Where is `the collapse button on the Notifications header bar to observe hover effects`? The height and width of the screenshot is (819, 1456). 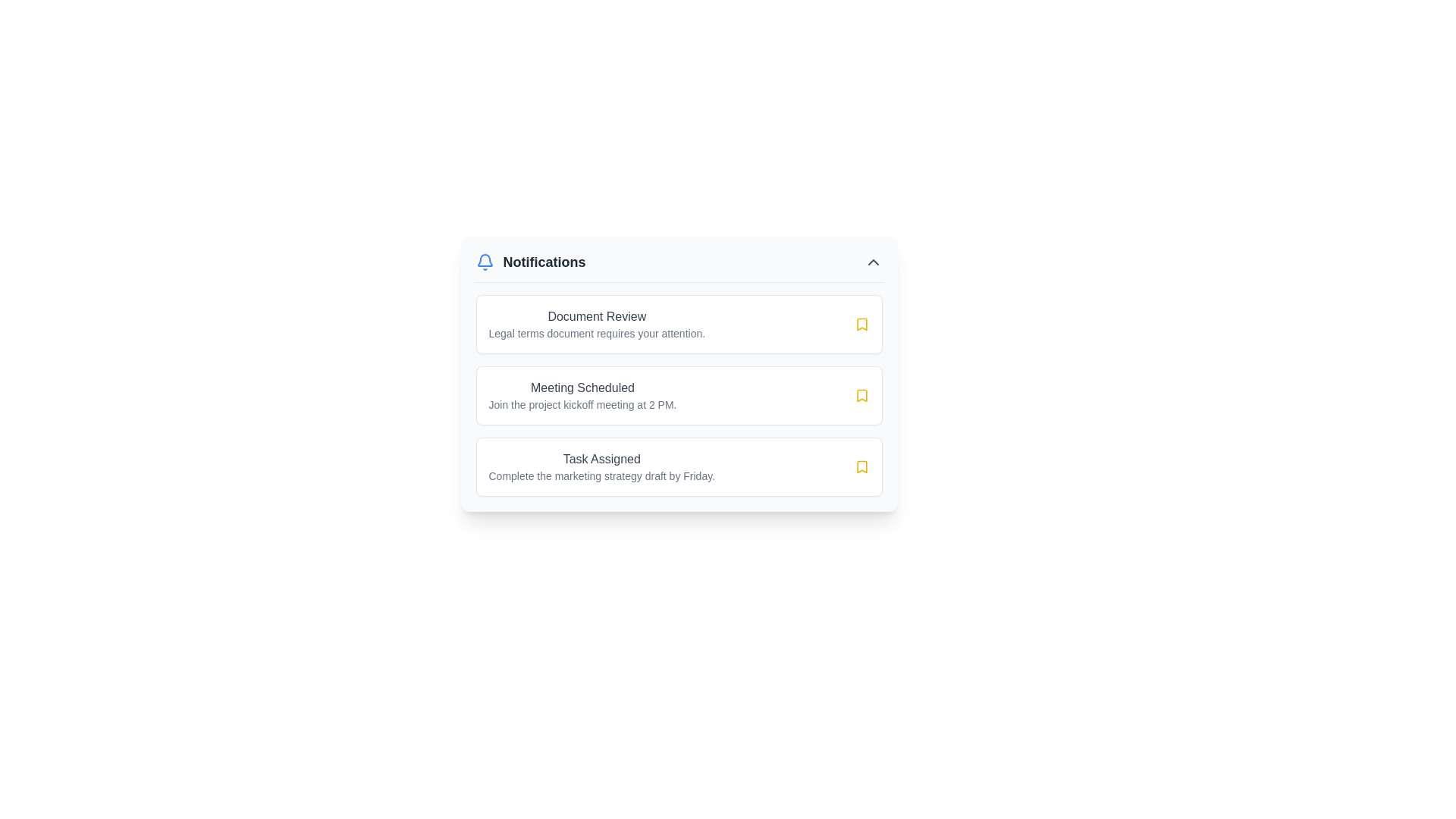
the collapse button on the Notifications header bar to observe hover effects is located at coordinates (873, 262).